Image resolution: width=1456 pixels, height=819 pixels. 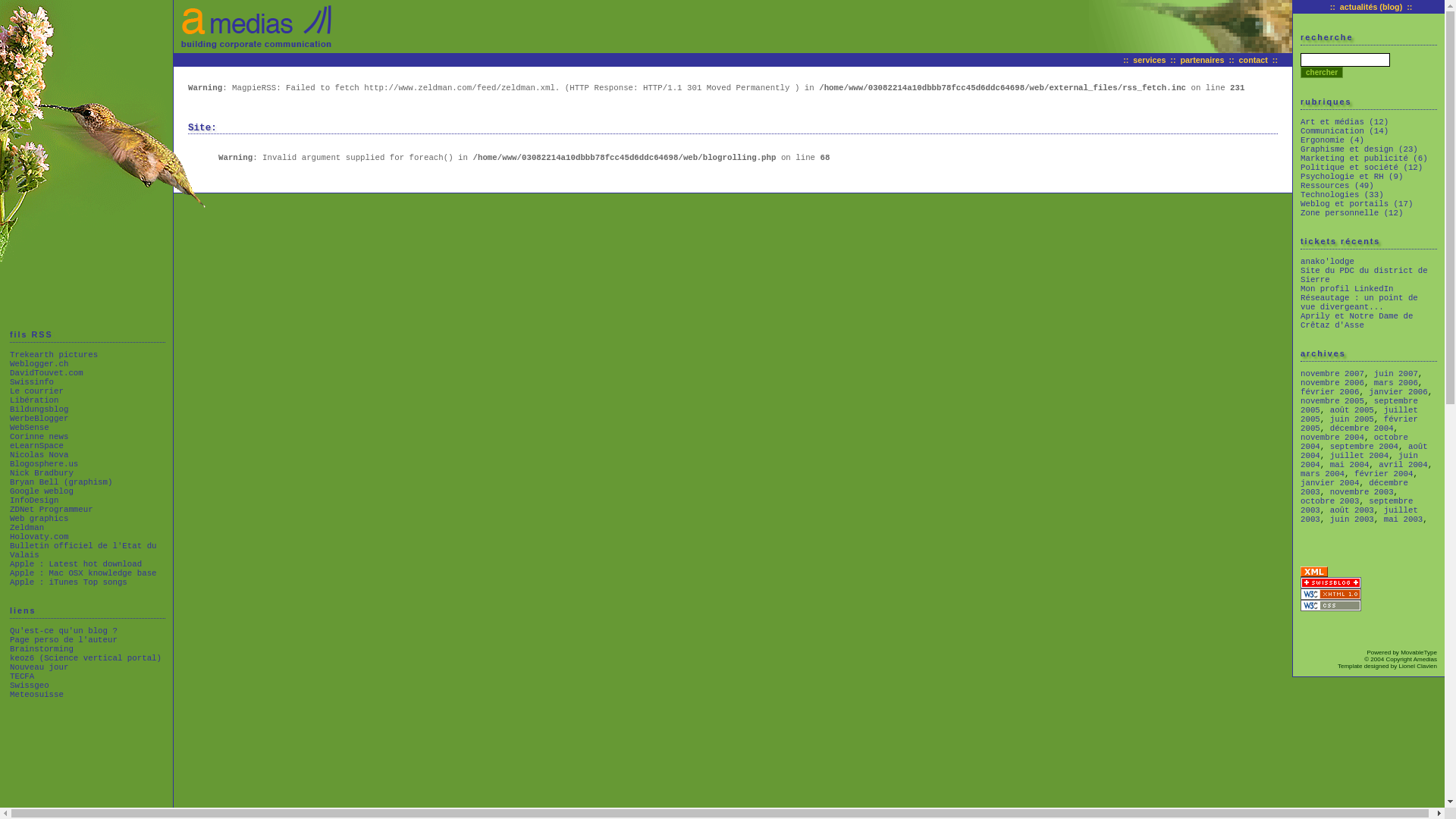 What do you see at coordinates (61, 482) in the screenshot?
I see `'Bryan Bell (graphism)'` at bounding box center [61, 482].